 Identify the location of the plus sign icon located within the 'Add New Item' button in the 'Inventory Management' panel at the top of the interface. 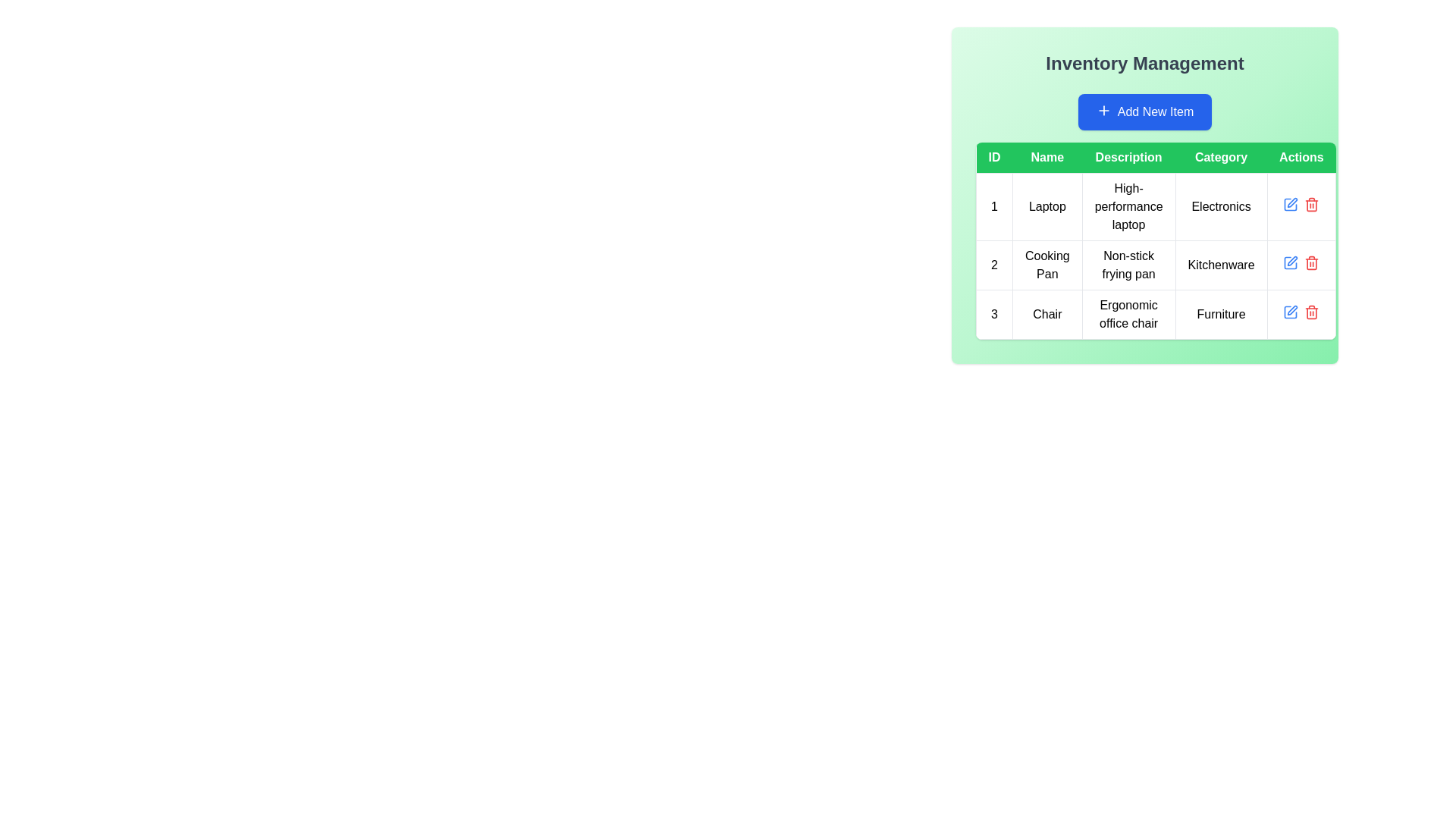
(1103, 110).